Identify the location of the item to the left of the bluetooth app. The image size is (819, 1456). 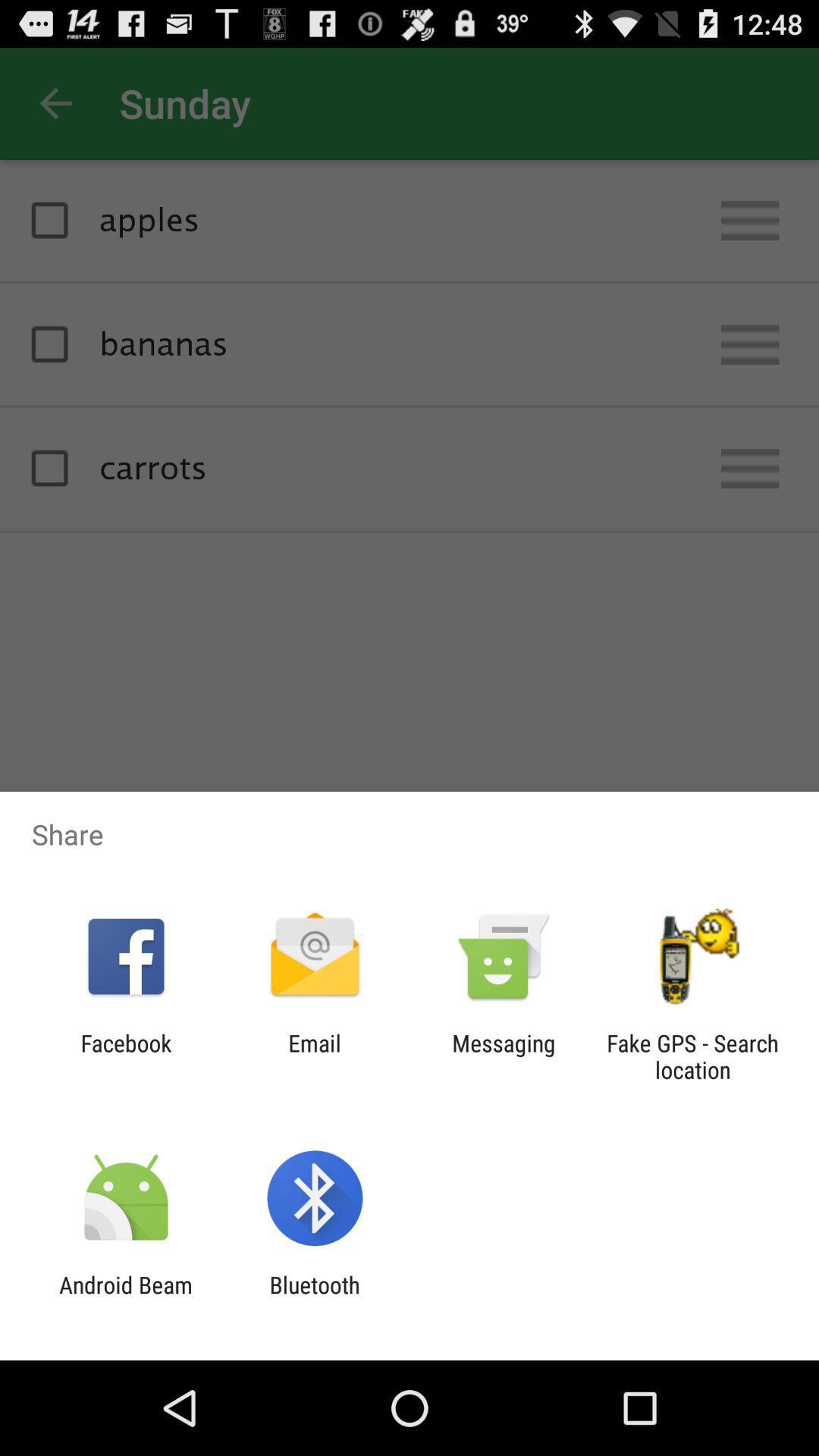
(125, 1298).